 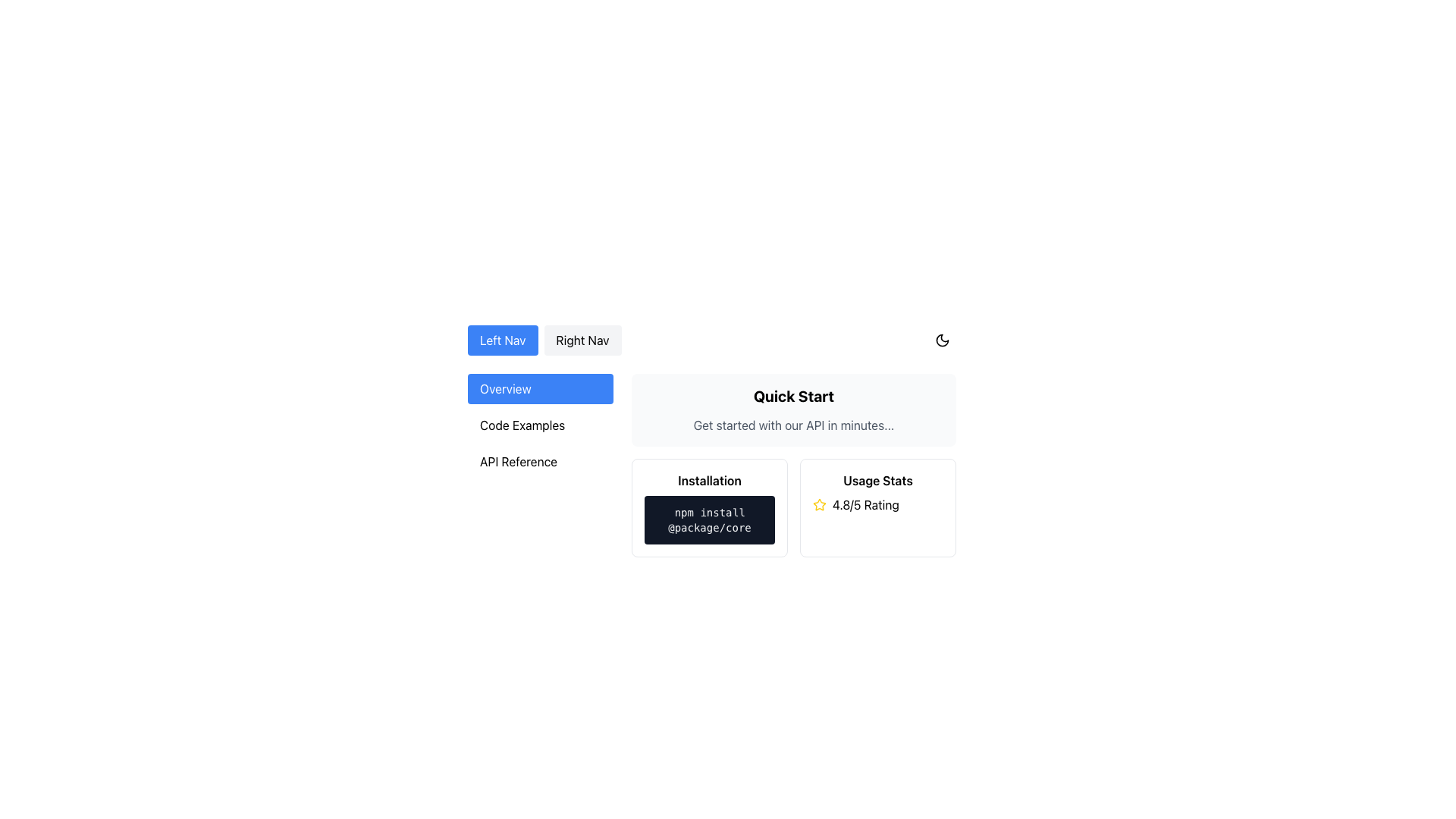 I want to click on the Informational card labeled 'Usage Stats' which is located in the 'Quick Start' section and is the second box in a horizontal group of elements, so click(x=877, y=508).